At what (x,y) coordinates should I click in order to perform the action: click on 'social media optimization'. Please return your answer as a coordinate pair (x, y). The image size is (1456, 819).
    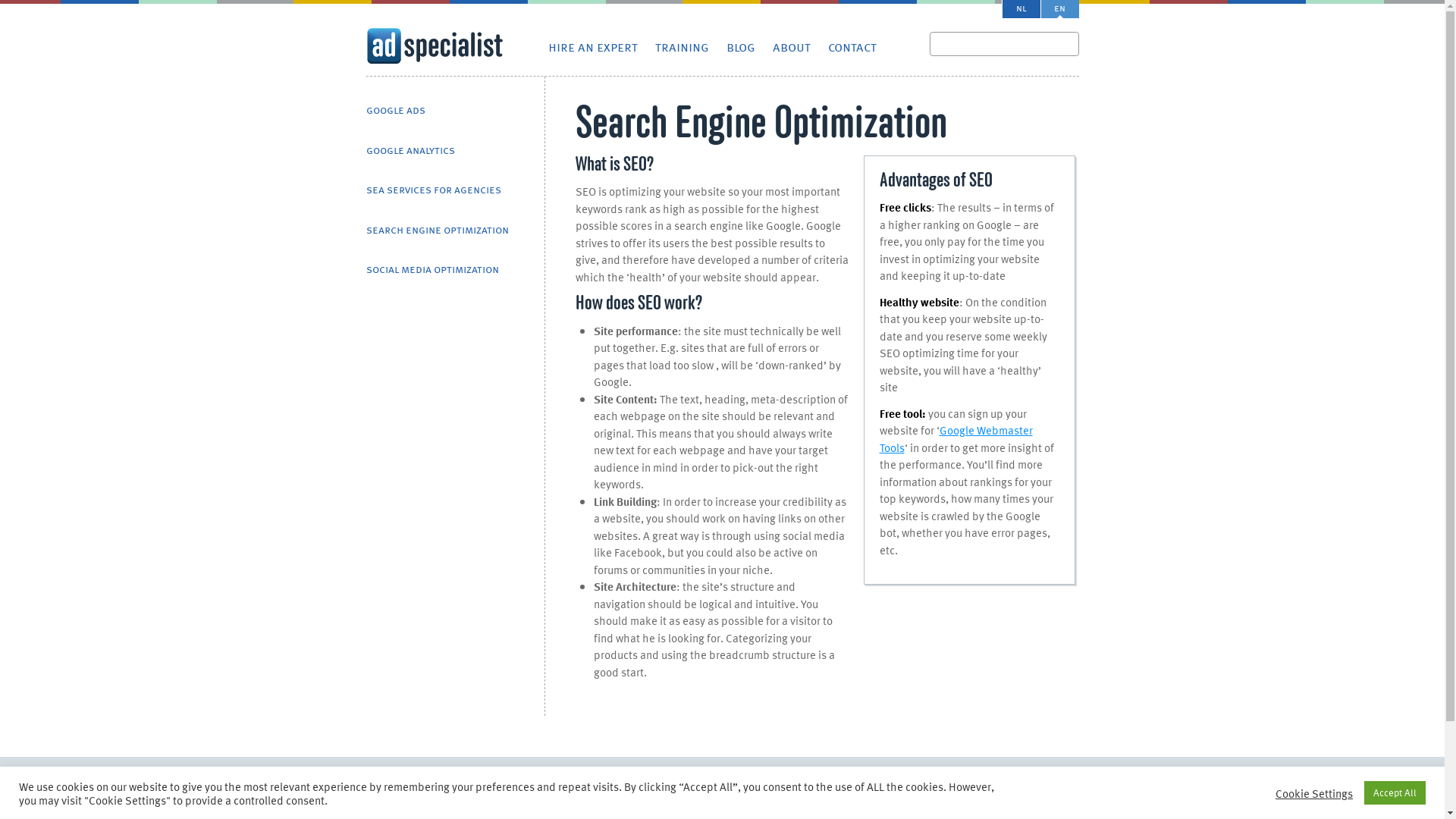
    Looking at the image, I should click on (365, 269).